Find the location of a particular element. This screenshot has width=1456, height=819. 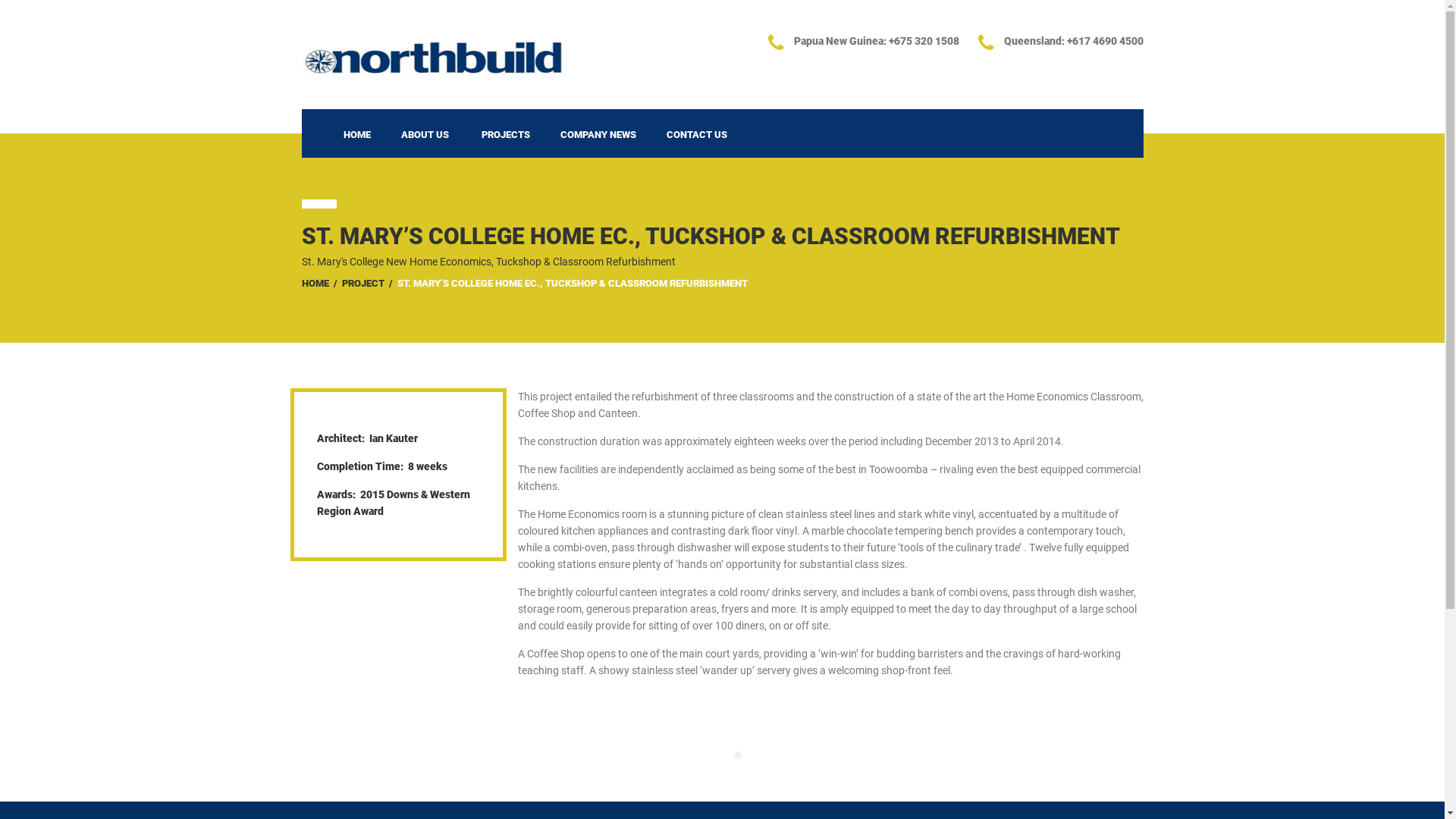

'PROJECT' is located at coordinates (362, 283).